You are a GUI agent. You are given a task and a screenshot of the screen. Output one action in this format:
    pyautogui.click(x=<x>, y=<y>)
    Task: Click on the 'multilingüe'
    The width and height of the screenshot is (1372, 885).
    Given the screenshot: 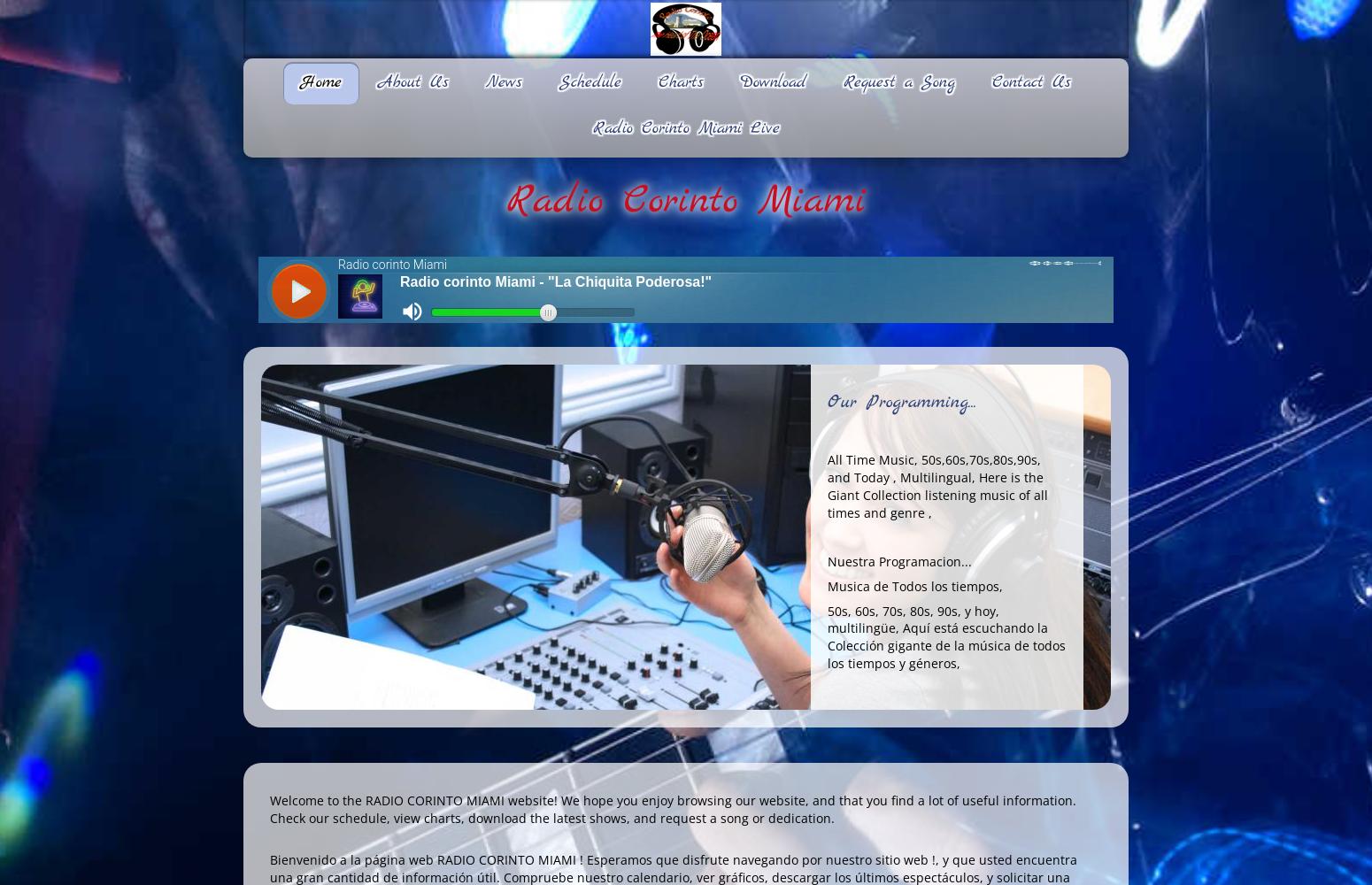 What is the action you would take?
    pyautogui.click(x=860, y=627)
    